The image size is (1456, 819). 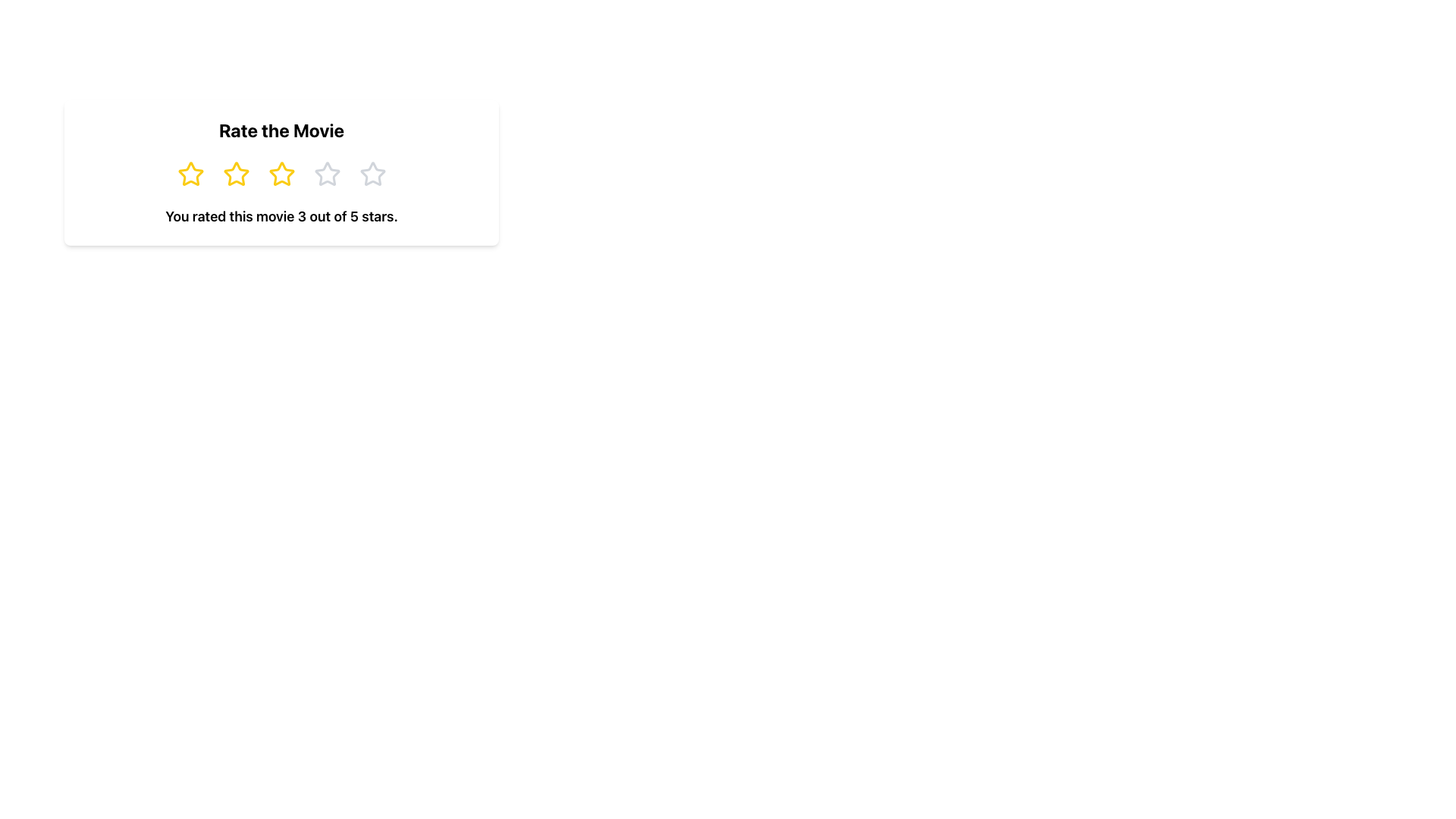 What do you see at coordinates (372, 174) in the screenshot?
I see `the fourth star icon in the horizontal layout to rate it` at bounding box center [372, 174].